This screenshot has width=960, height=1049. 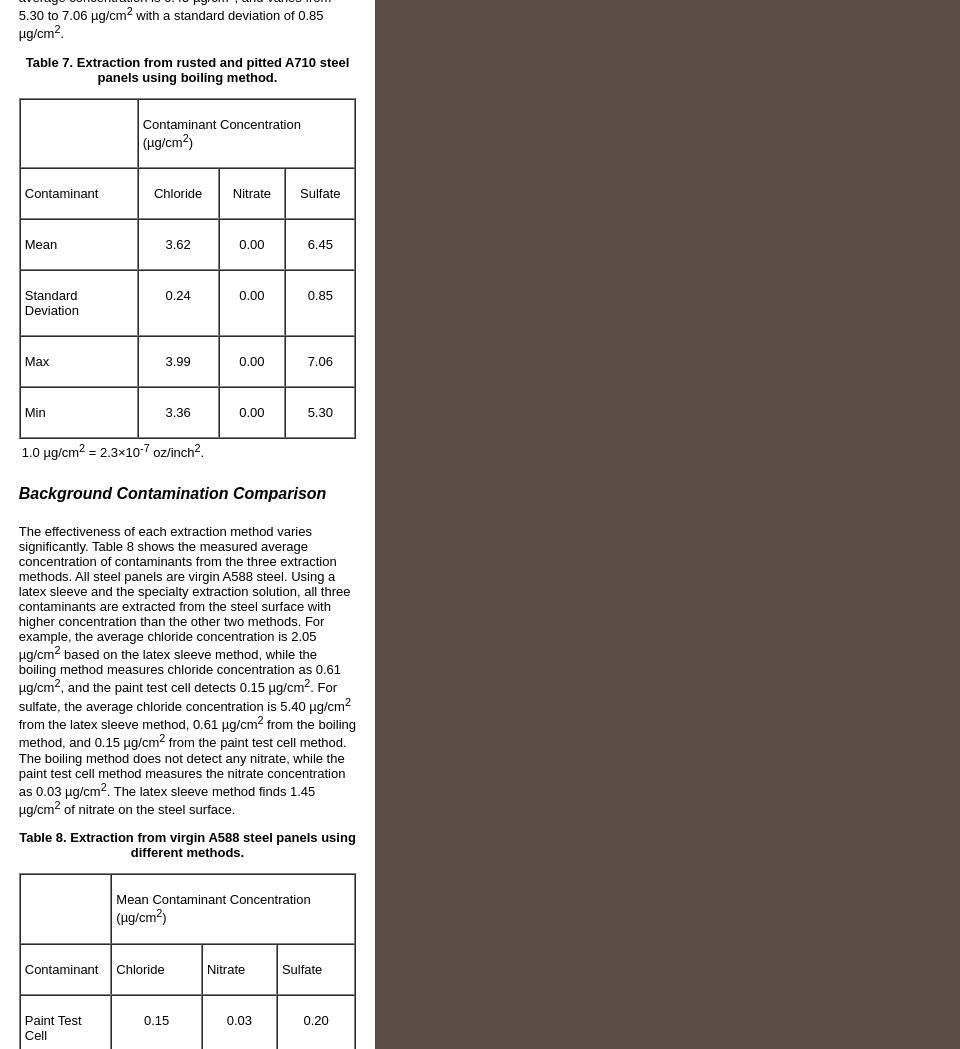 I want to click on 'Background Contamination Comparison', so click(x=16, y=491).